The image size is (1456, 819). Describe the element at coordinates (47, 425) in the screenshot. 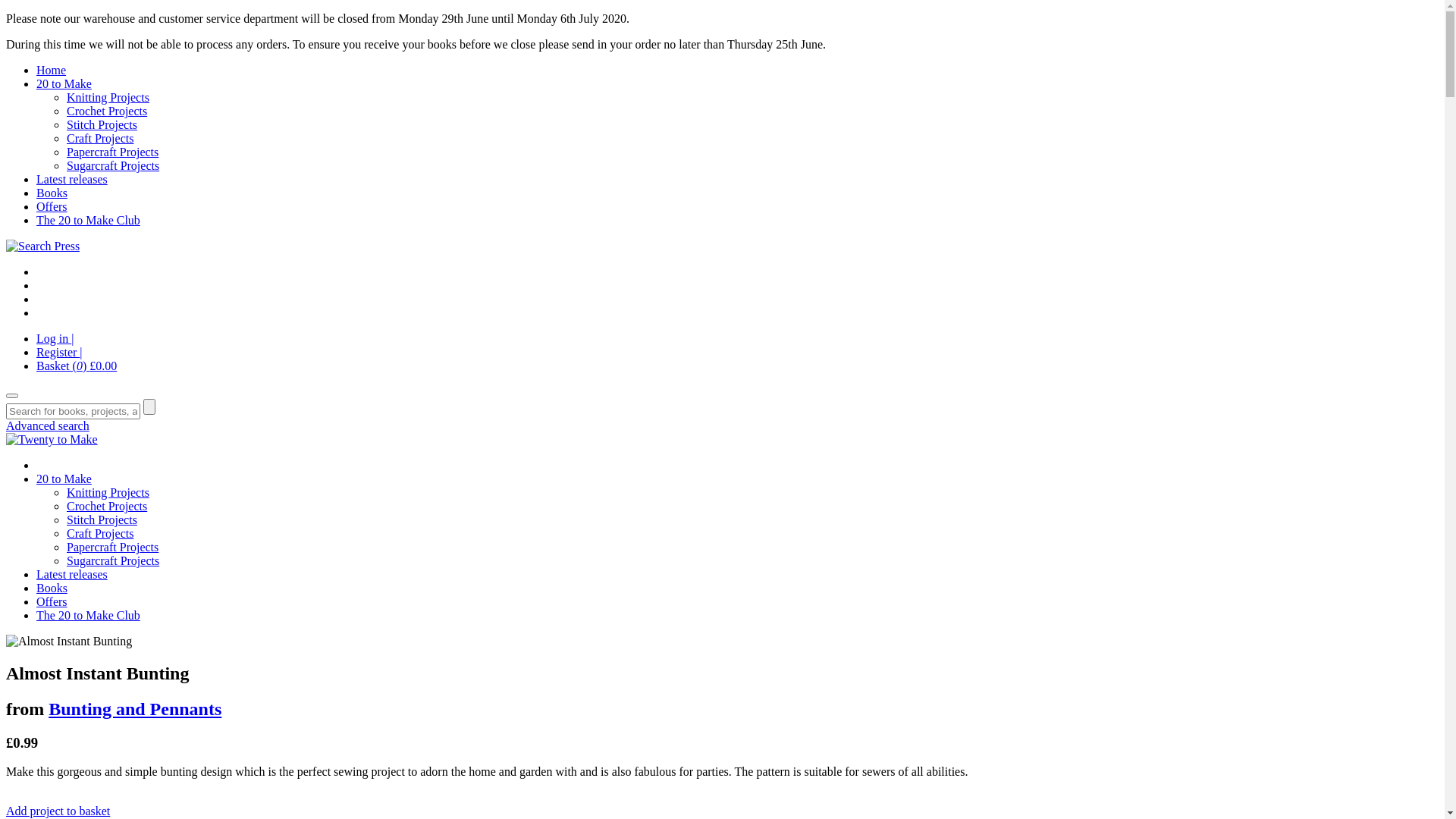

I see `'Advanced search'` at that location.